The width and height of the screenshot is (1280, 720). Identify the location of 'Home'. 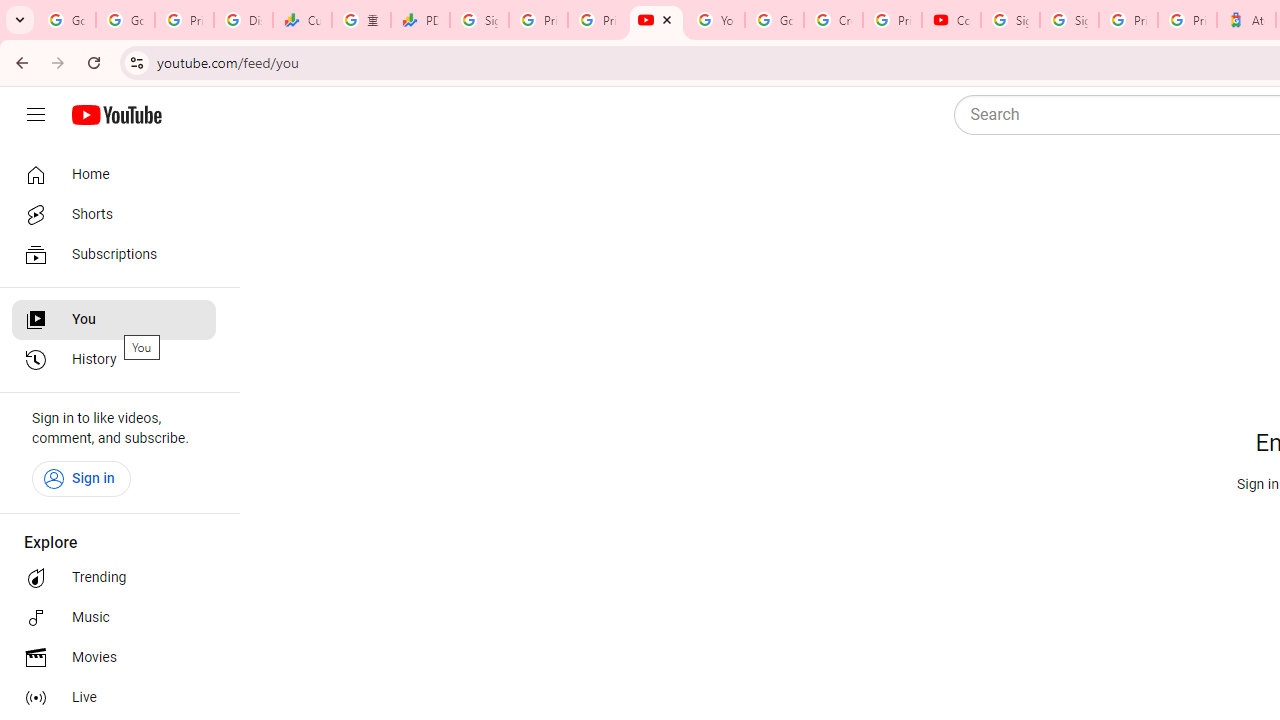
(112, 173).